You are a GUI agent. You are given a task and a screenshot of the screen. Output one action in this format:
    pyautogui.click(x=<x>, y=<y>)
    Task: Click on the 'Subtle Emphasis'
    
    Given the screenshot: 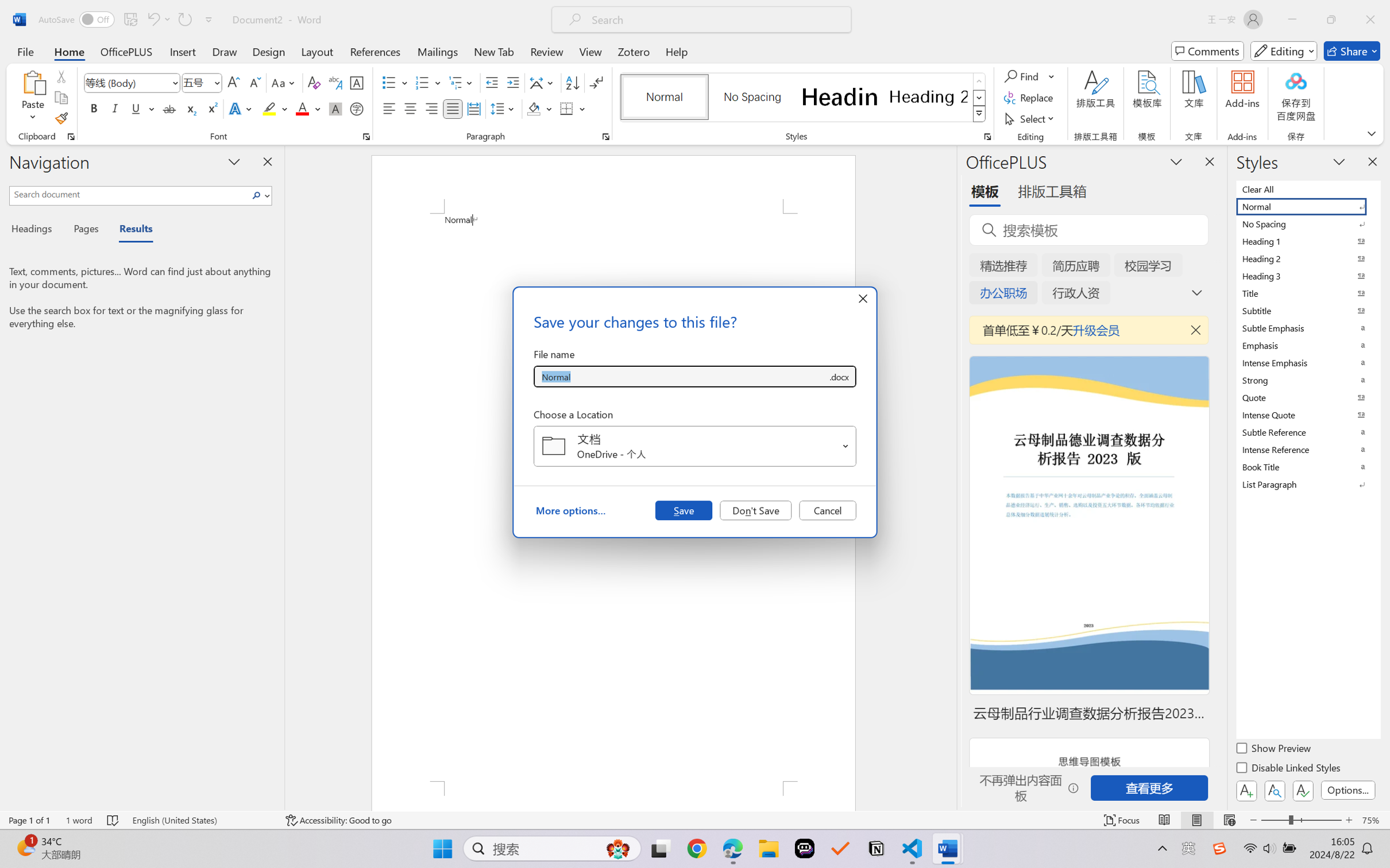 What is the action you would take?
    pyautogui.click(x=1307, y=327)
    